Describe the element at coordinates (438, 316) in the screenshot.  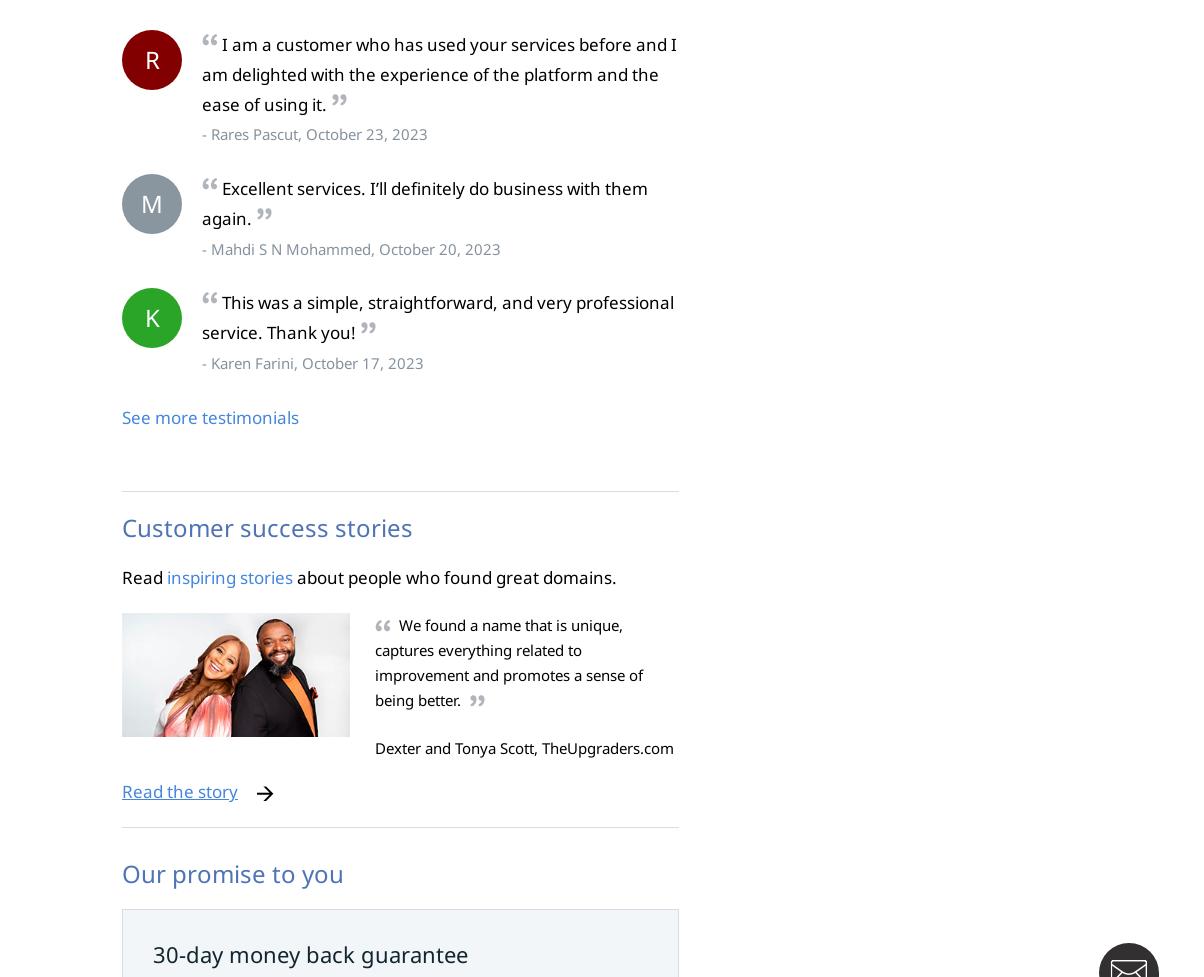
I see `'This was a simple, straightforward, and very professional service. Thank you!'` at that location.